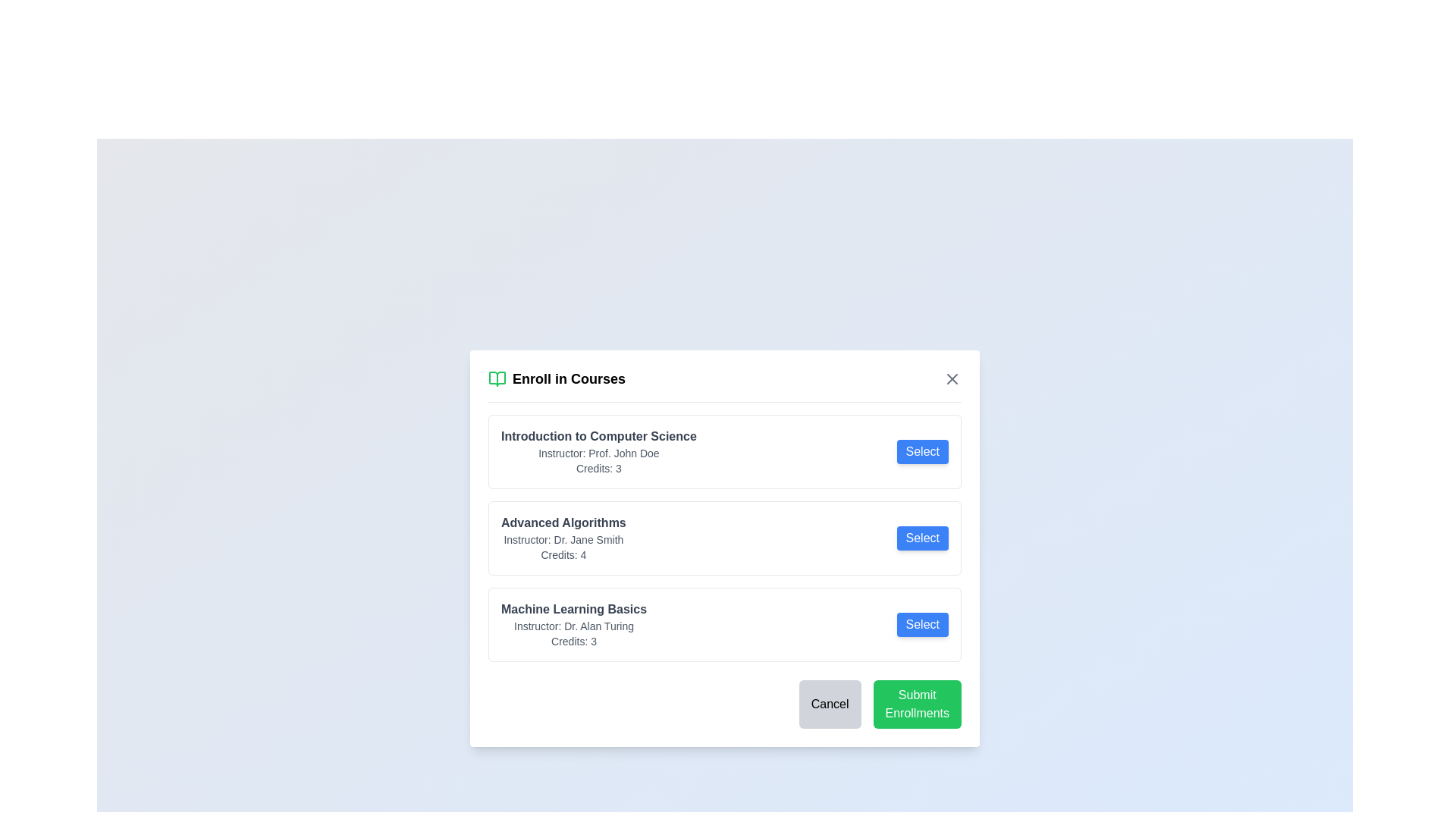  What do you see at coordinates (921, 537) in the screenshot?
I see `the 'Select' button, which is a rectangular button with rounded corners, a blue background, and white text, located to the right of the 'Advanced Algorithms' course description` at bounding box center [921, 537].